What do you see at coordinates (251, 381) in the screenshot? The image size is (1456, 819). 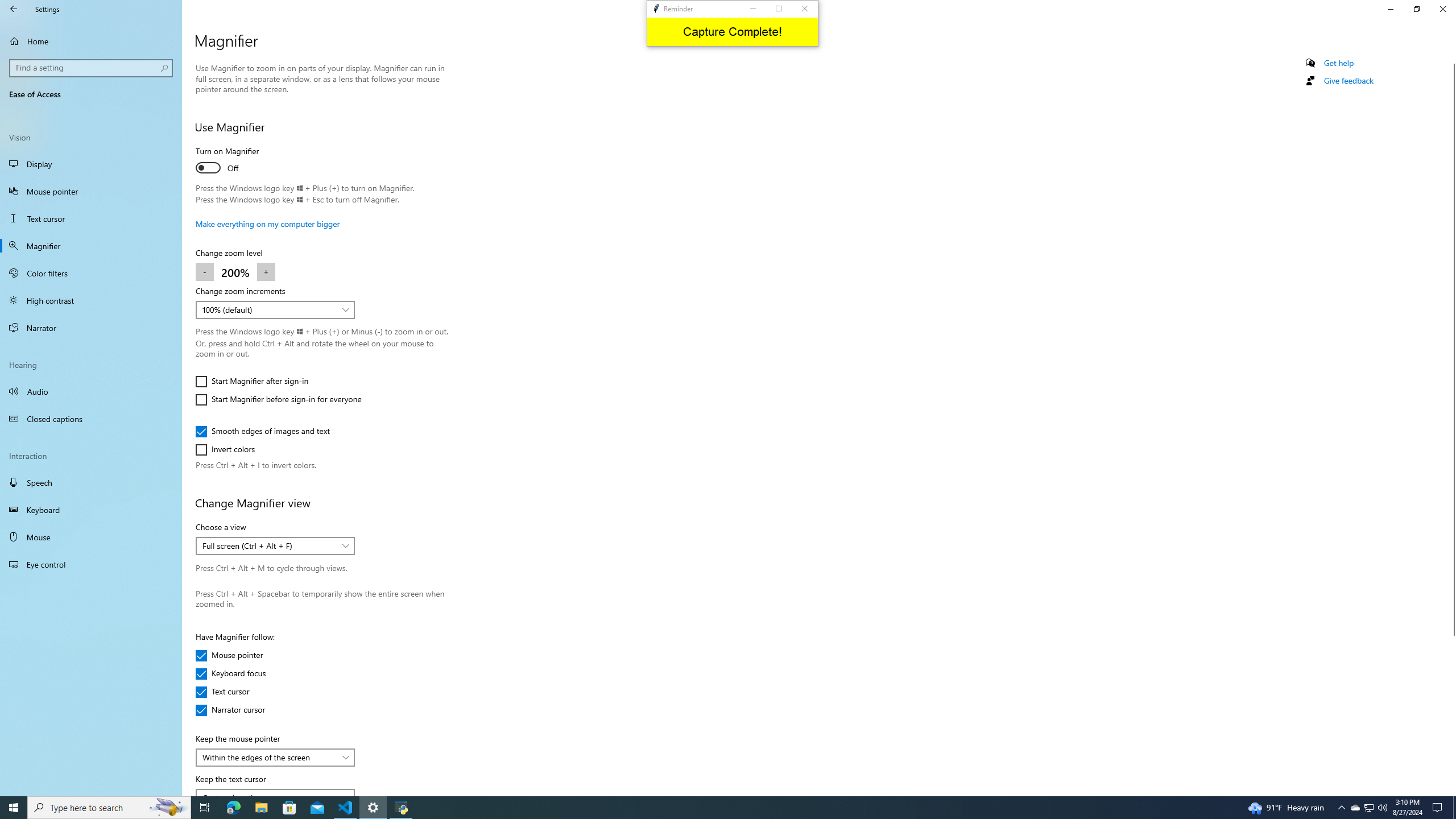 I see `'Start Magnifier after sign-in'` at bounding box center [251, 381].